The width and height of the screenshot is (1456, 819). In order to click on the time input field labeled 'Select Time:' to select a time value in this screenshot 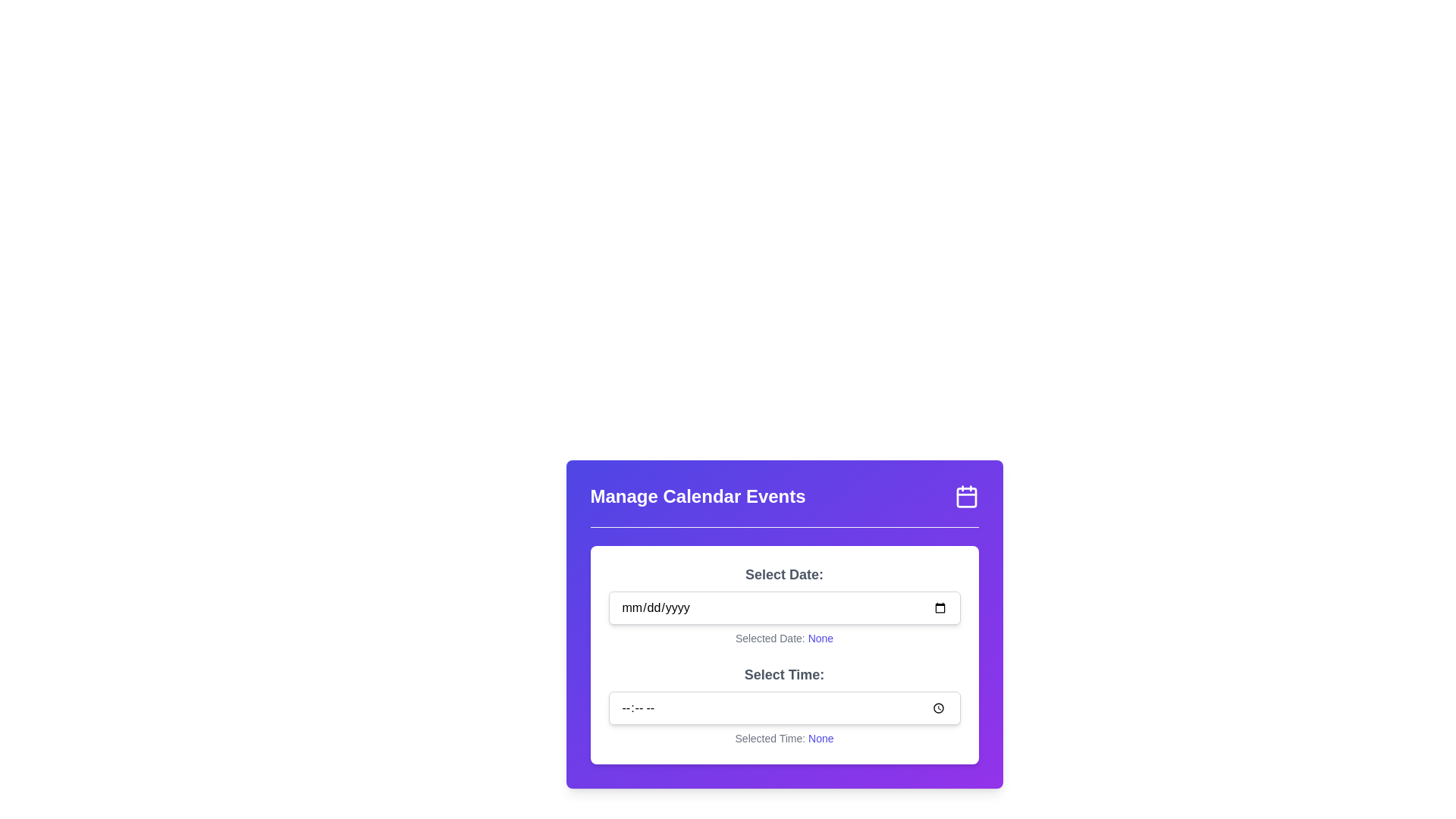, I will do `click(784, 704)`.